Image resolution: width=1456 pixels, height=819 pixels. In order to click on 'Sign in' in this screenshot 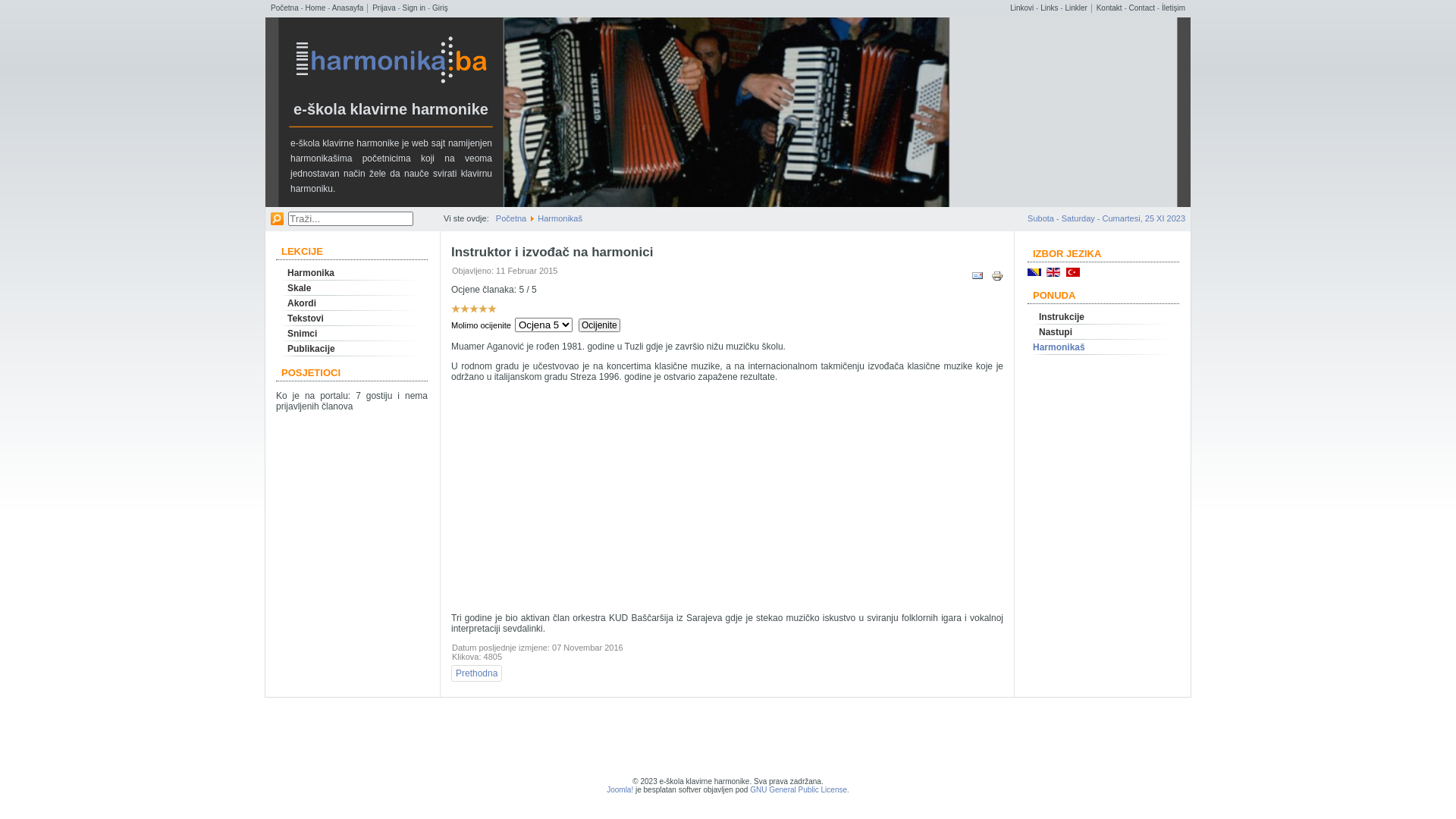, I will do `click(414, 8)`.